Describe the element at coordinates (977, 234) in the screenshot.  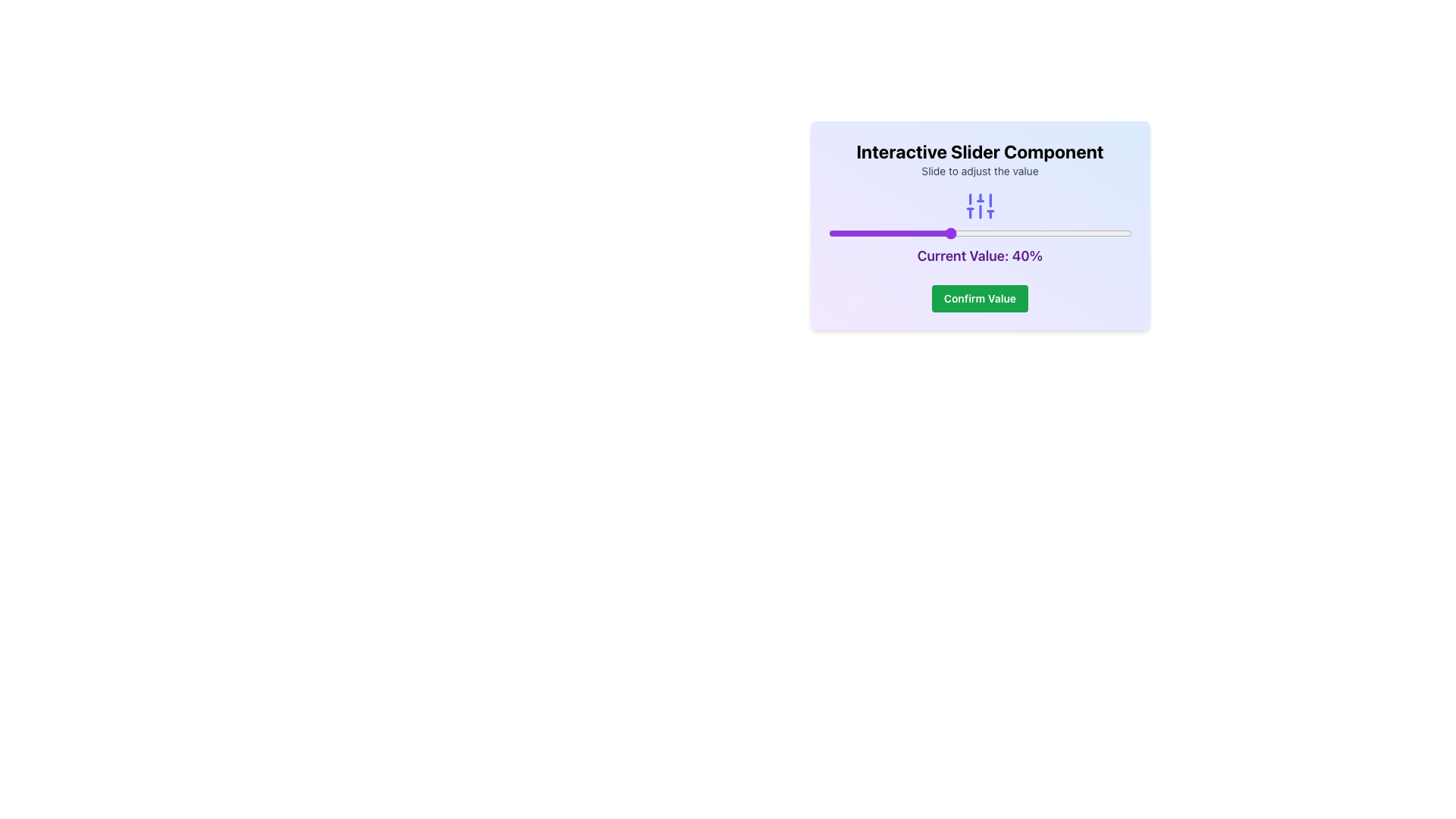
I see `the slider` at that location.